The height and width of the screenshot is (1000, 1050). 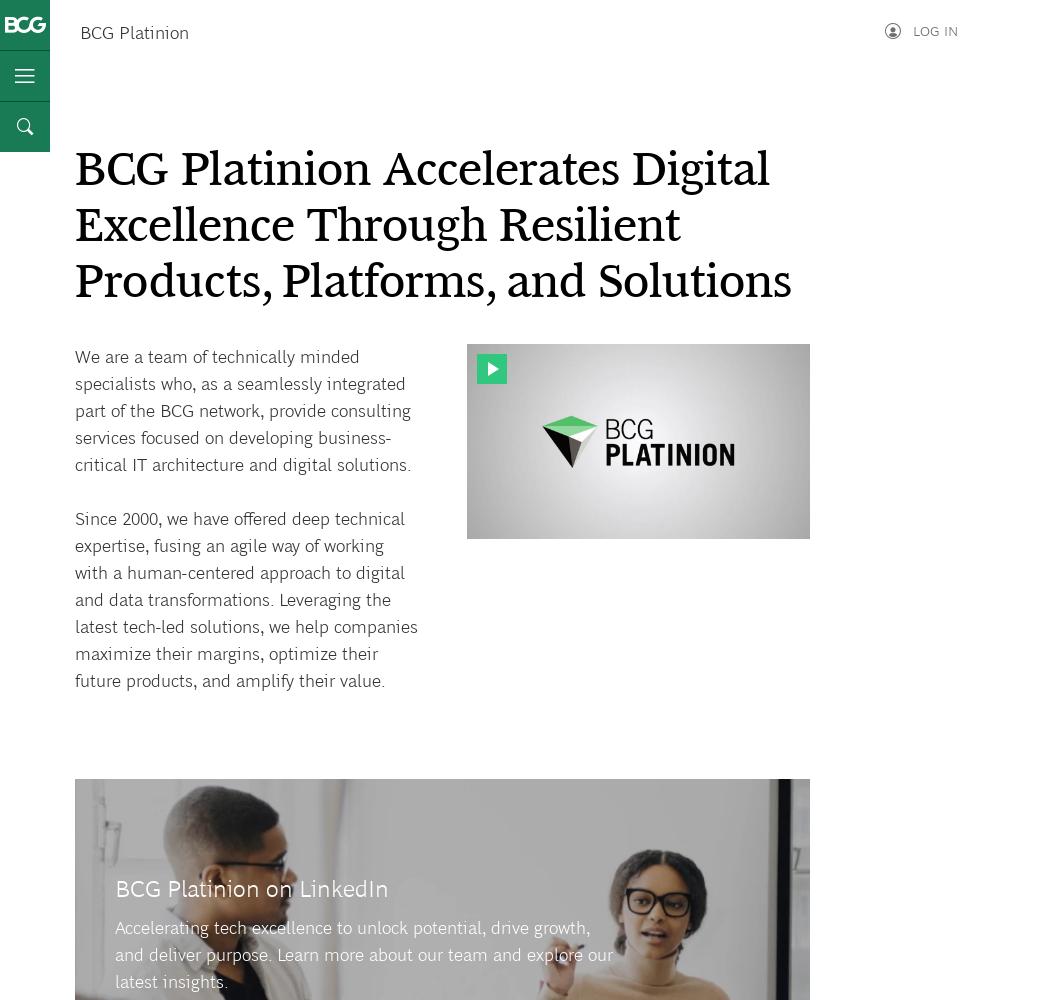 I want to click on 'Accelerating tech excellence to unlock potential, drive growth, and deliver purpose. Learn more about our team and explore our latest insights.', so click(x=113, y=953).